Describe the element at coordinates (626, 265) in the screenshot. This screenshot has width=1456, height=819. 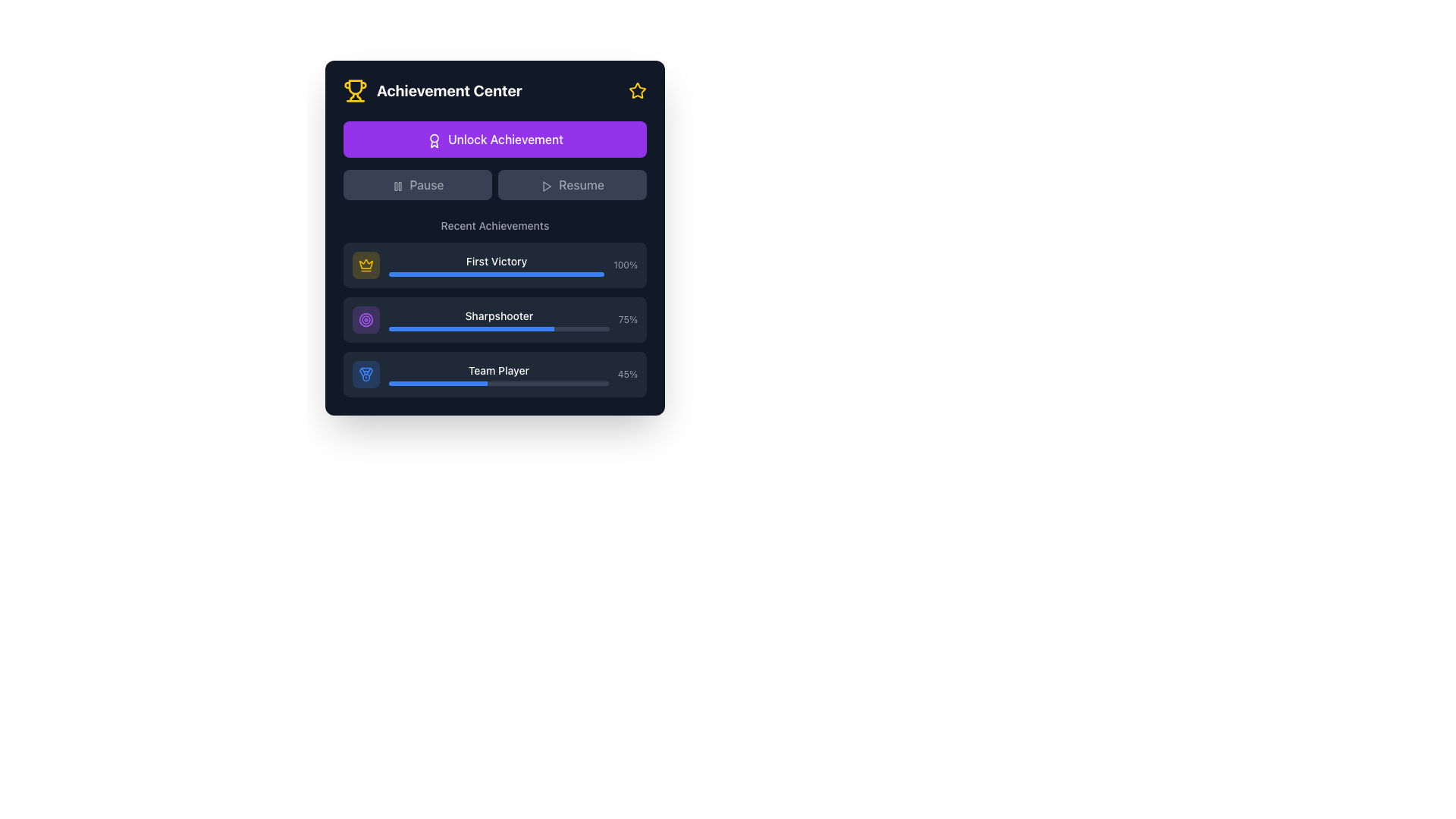
I see `the text label displaying '100%' in light gray color, which is part of the progress display for the 'First Victory' achievement within the 'Achievement Center' panel` at that location.